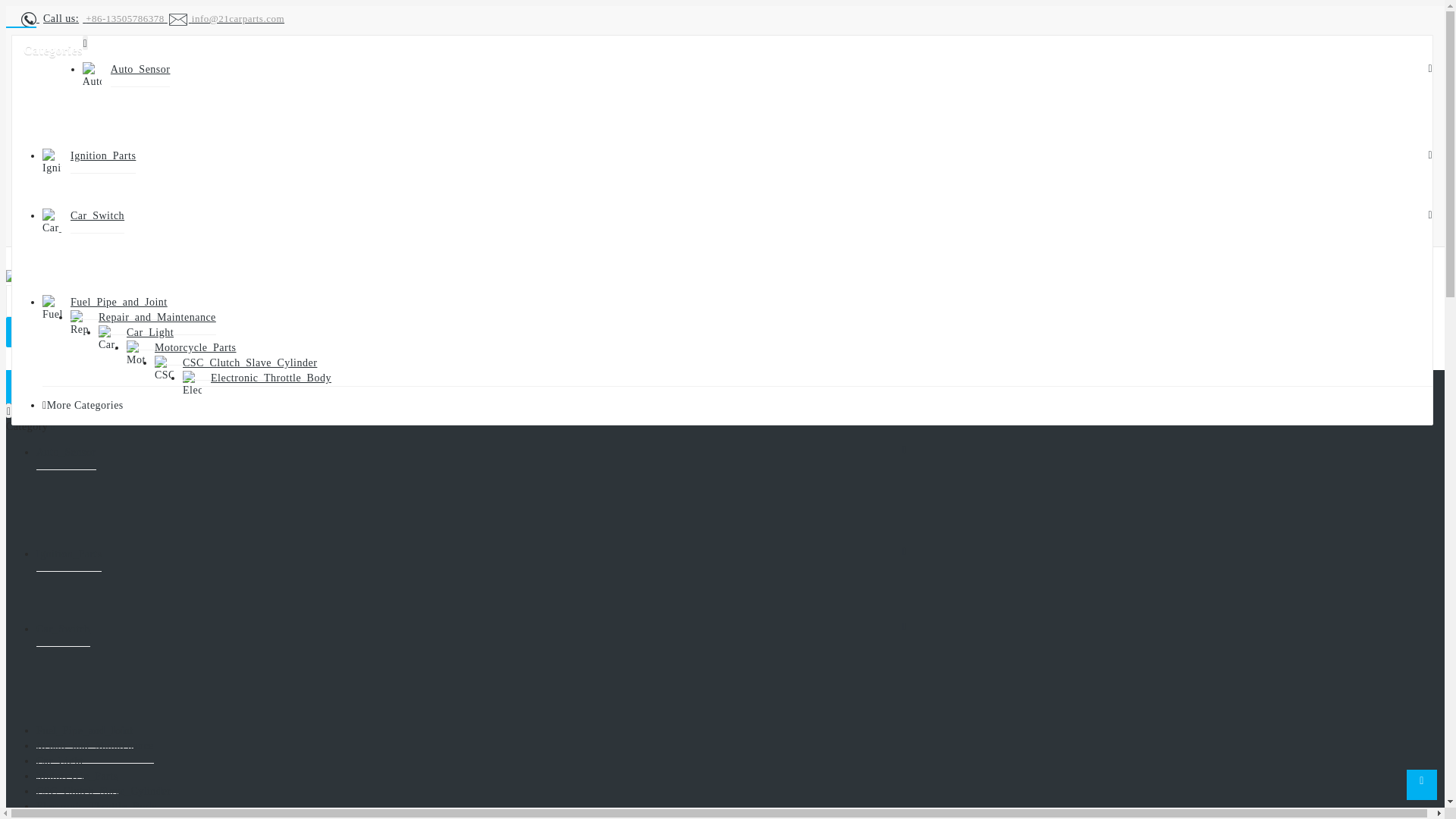 The width and height of the screenshot is (1456, 819). I want to click on 'Fuel_Pipe_And_Joint', so click(83, 730).